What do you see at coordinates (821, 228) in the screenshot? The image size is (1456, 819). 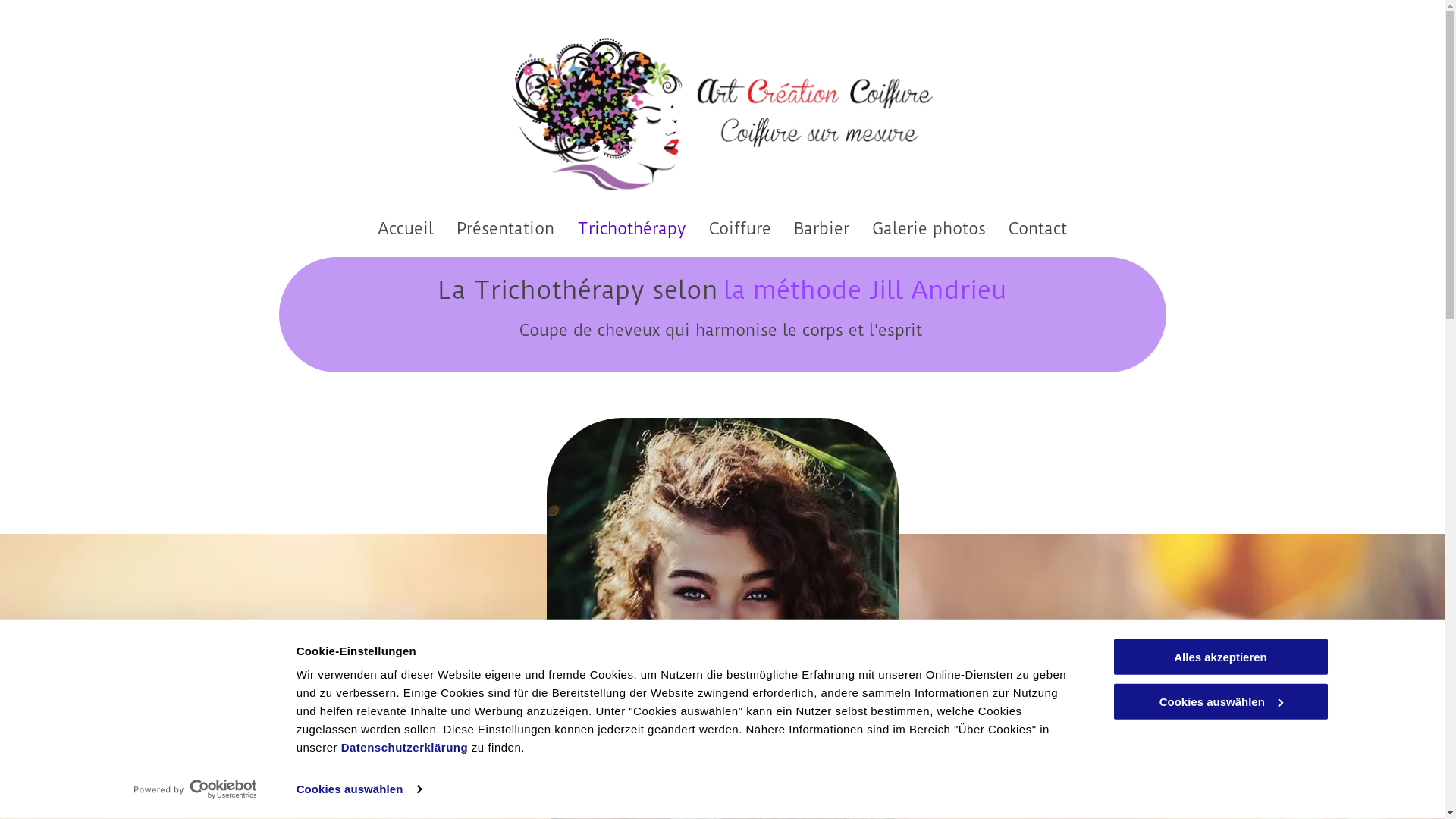 I see `'Barbier'` at bounding box center [821, 228].